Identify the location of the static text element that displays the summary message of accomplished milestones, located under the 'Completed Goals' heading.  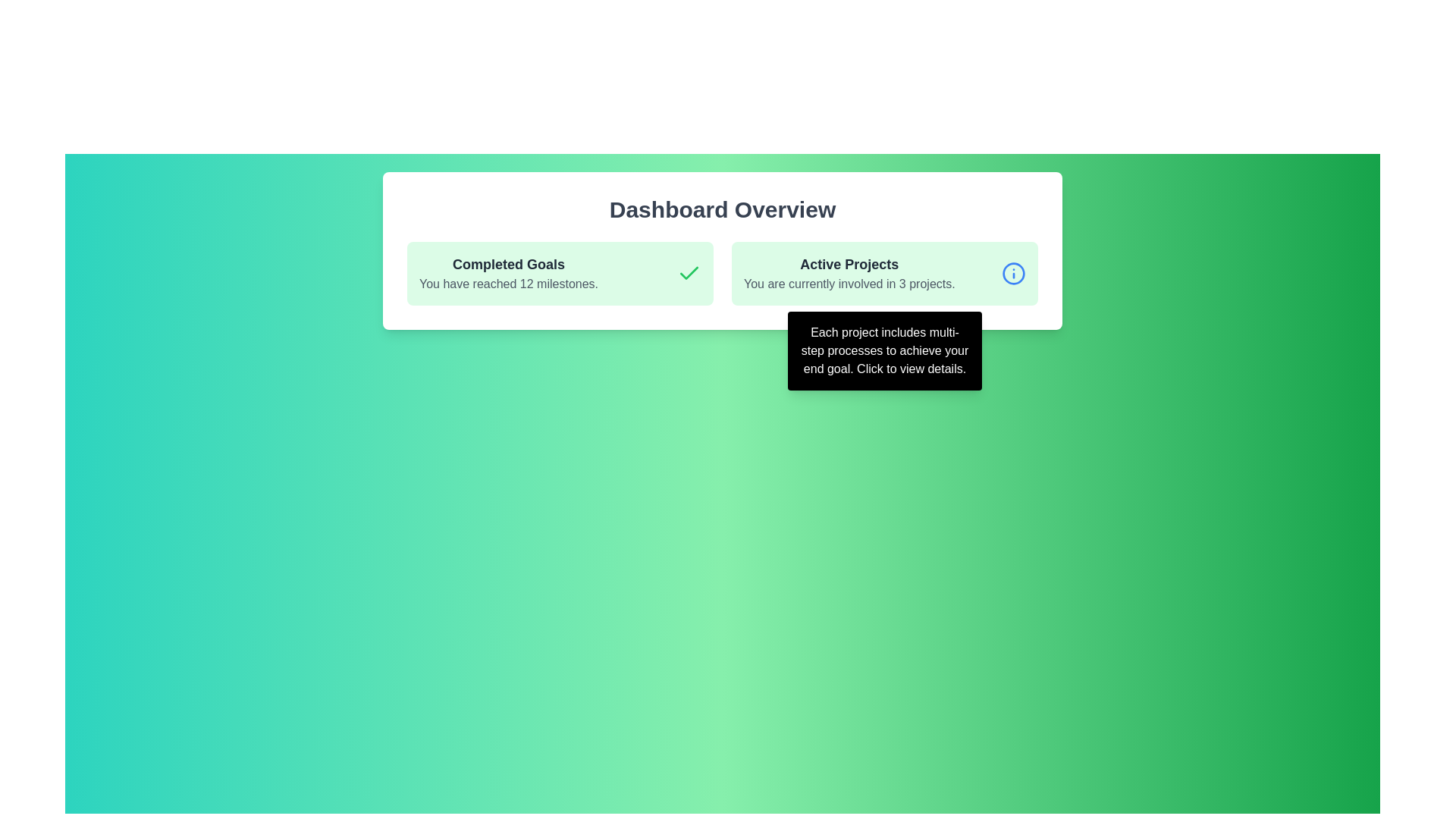
(509, 284).